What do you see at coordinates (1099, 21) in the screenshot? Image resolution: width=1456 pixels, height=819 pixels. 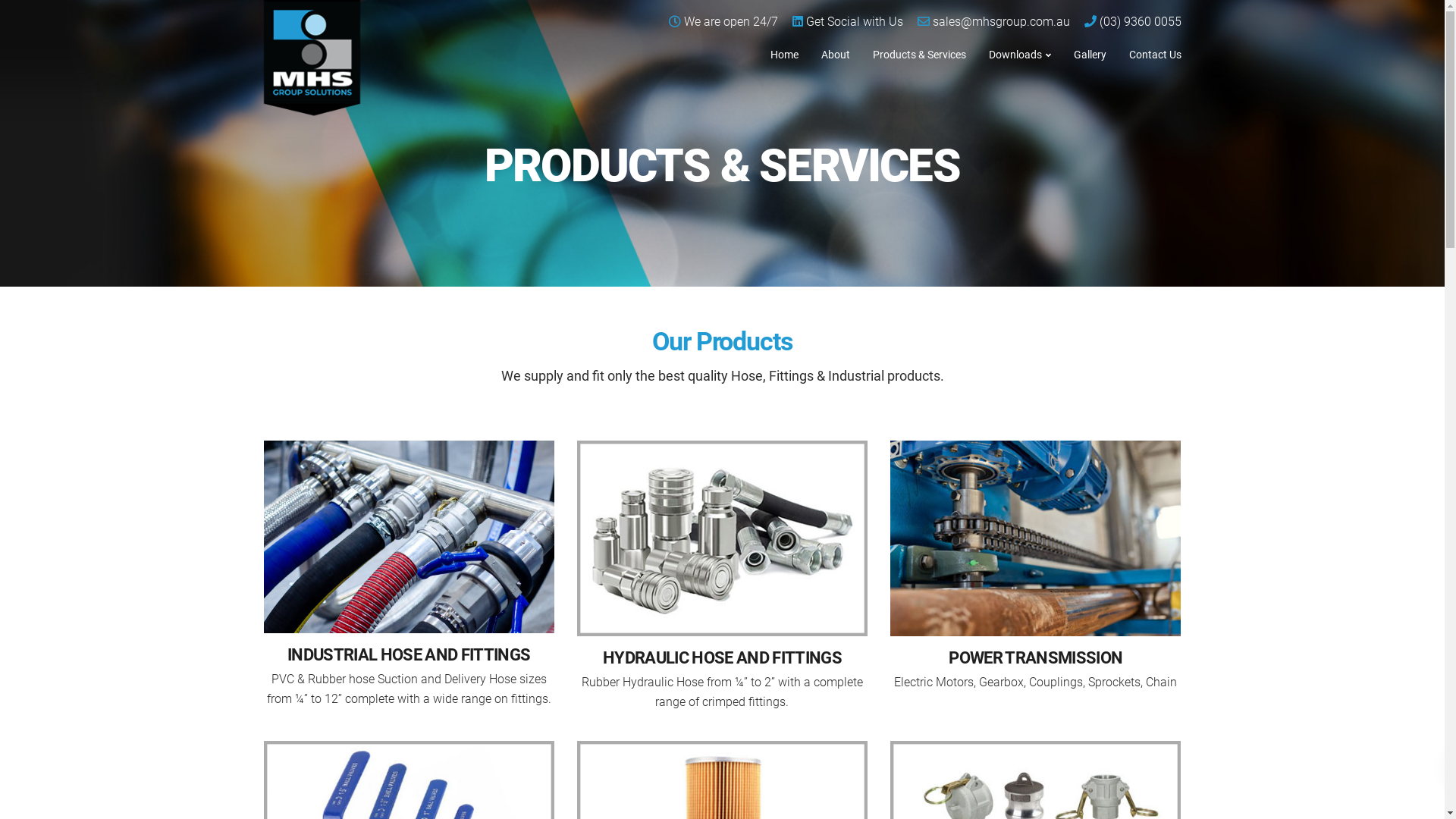 I see `'(03) 9360 0055'` at bounding box center [1099, 21].